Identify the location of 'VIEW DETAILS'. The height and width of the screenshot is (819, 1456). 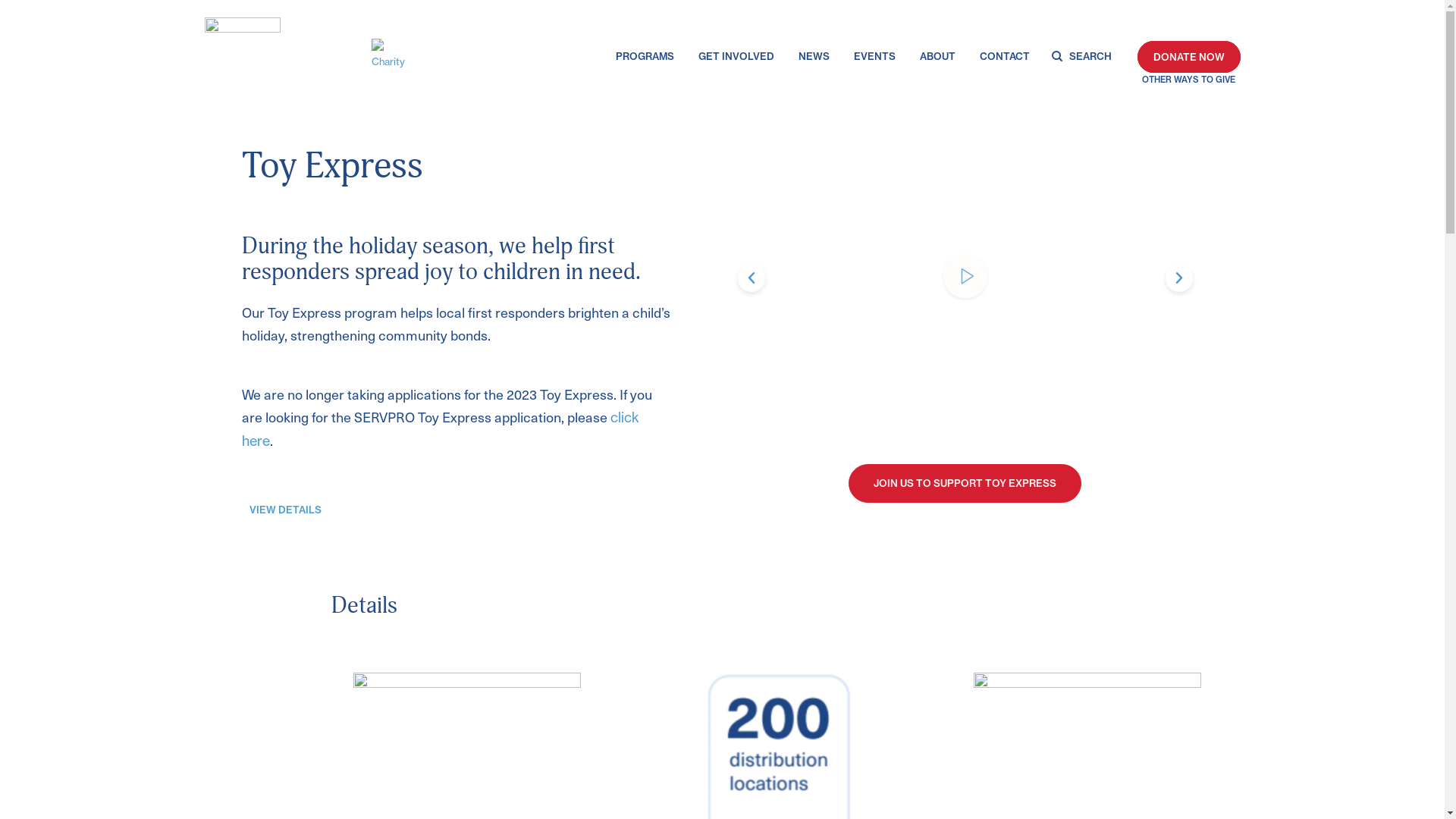
(285, 510).